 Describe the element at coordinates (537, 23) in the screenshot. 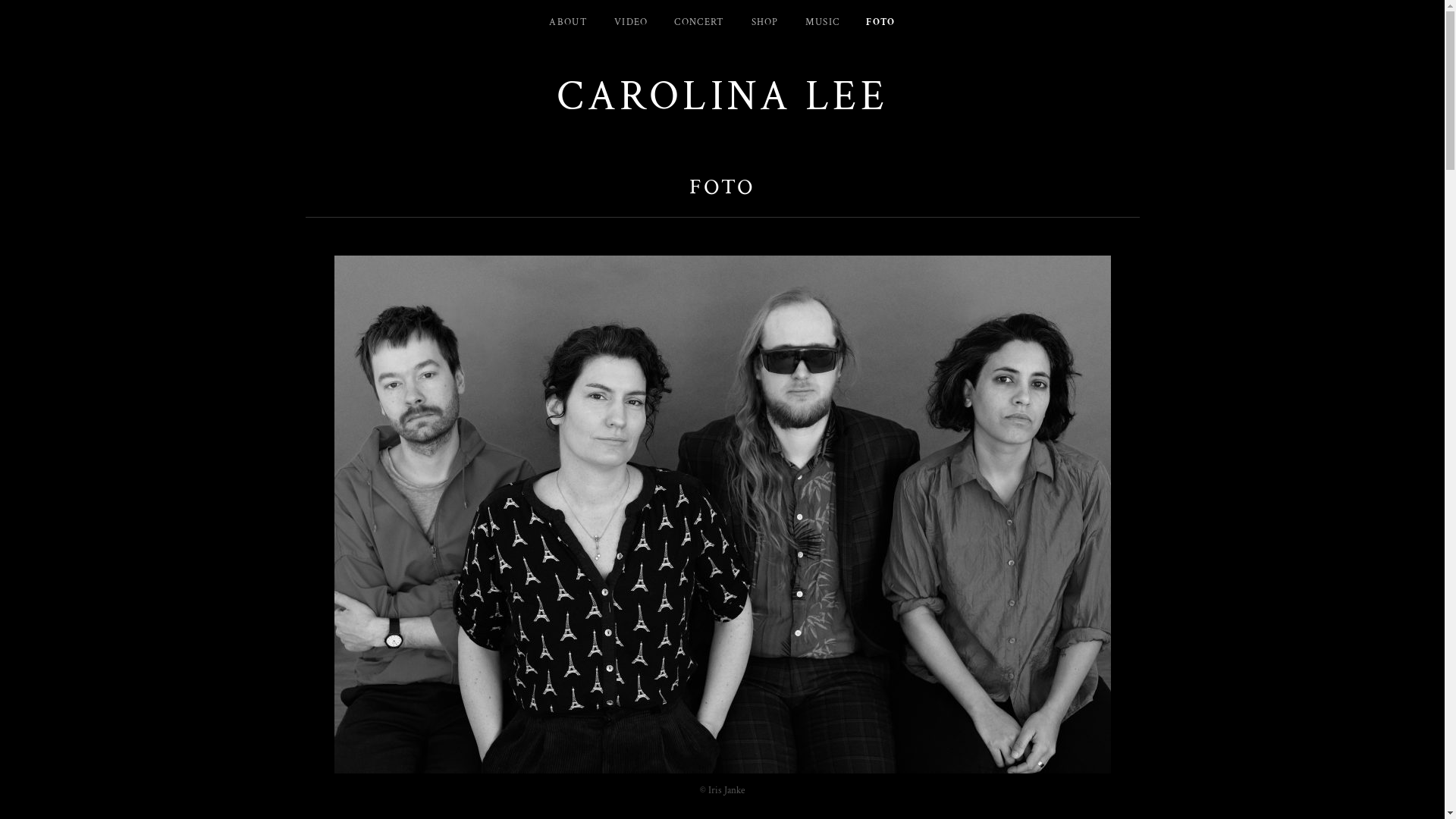

I see `'ABOUT'` at that location.